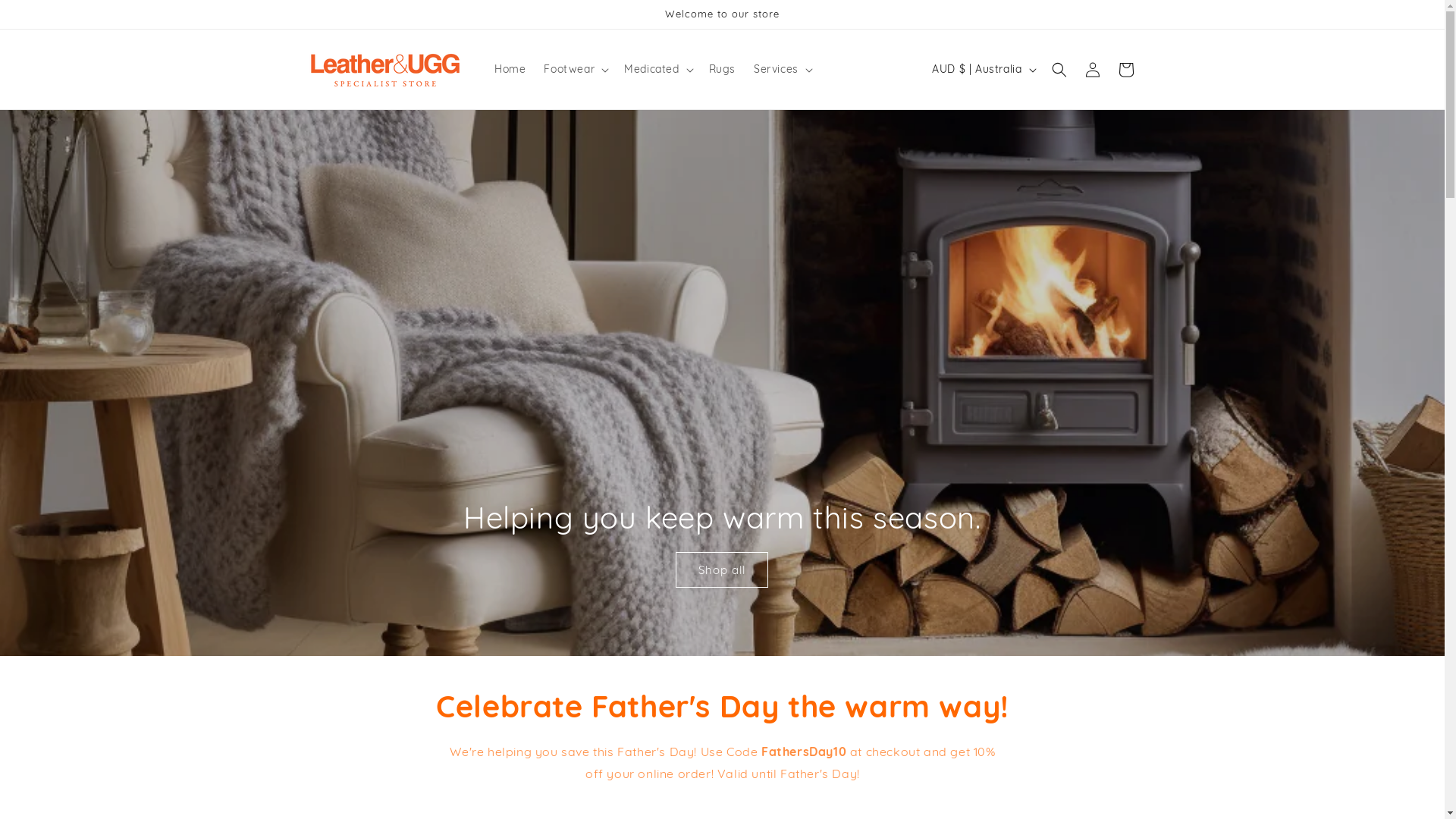  Describe the element at coordinates (1125, 70) in the screenshot. I see `'Cart'` at that location.